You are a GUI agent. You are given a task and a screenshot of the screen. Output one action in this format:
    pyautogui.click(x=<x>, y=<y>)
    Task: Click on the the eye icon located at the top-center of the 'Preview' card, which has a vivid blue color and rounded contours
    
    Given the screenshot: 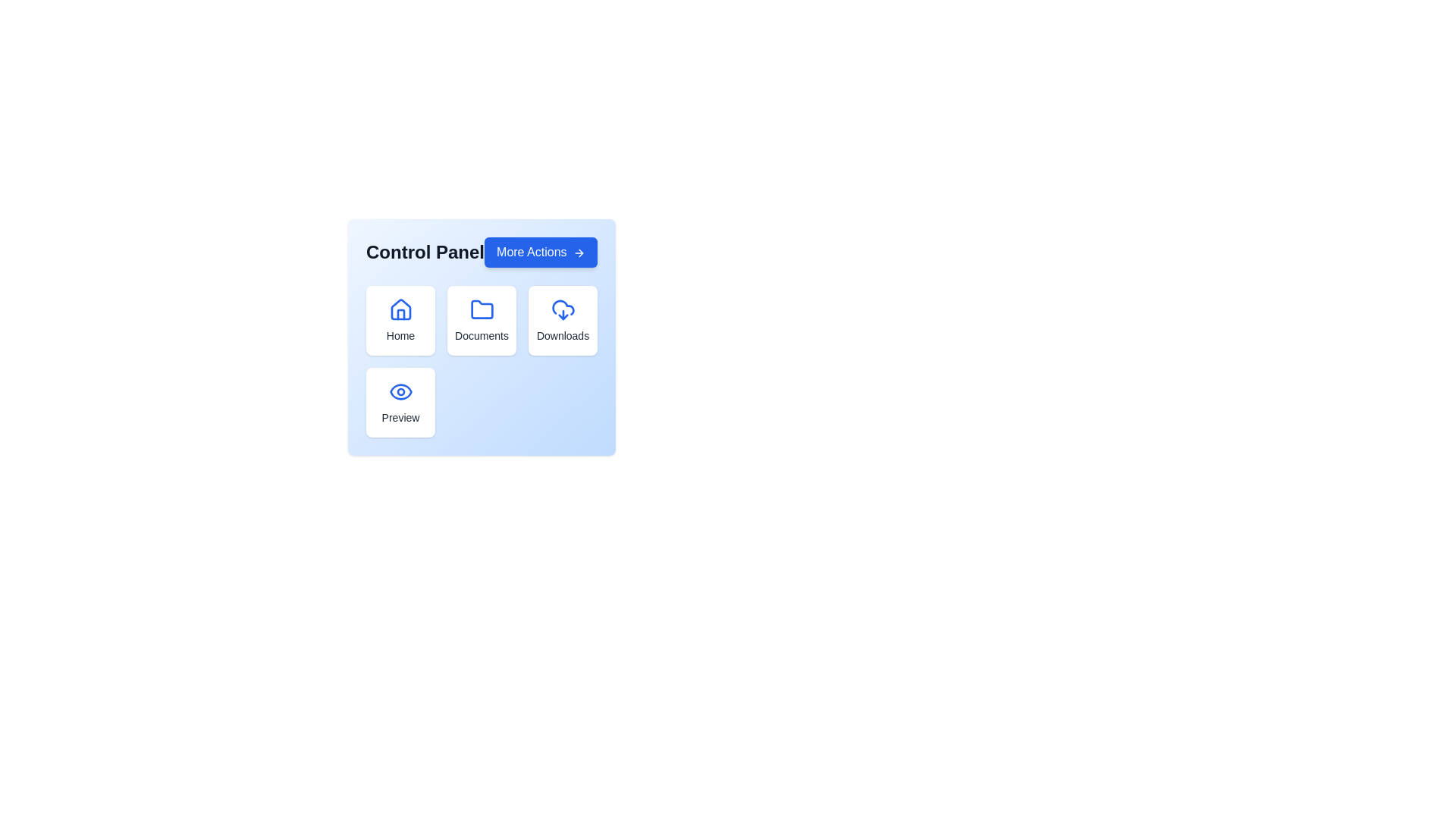 What is the action you would take?
    pyautogui.click(x=400, y=391)
    